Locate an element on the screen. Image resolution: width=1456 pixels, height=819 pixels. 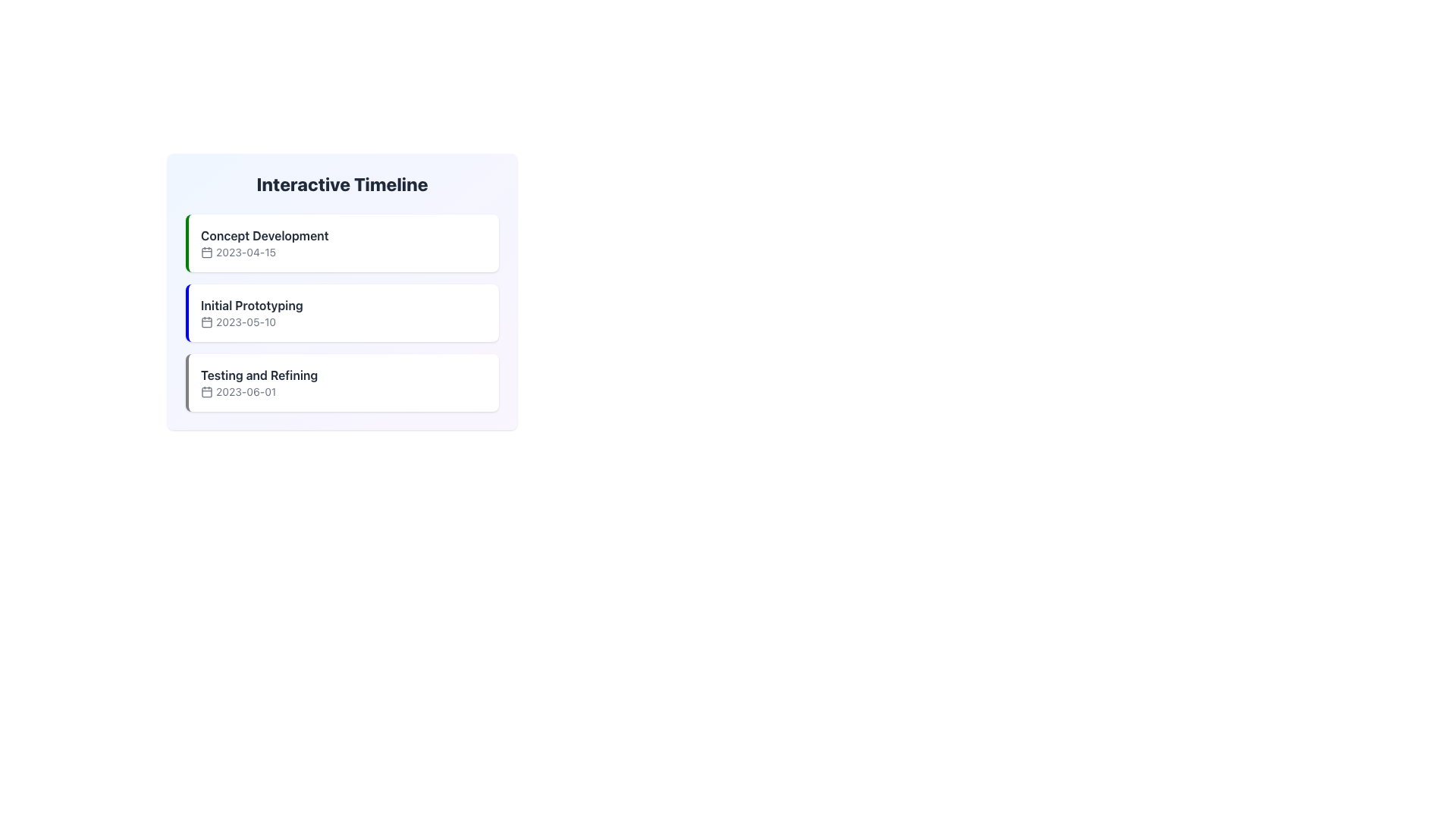
the non-interactive text label displaying the date '2023-05-10', which is accompanied by a calendar icon, located in the second row of the timeline interface under 'Initial Prototyping' is located at coordinates (252, 321).